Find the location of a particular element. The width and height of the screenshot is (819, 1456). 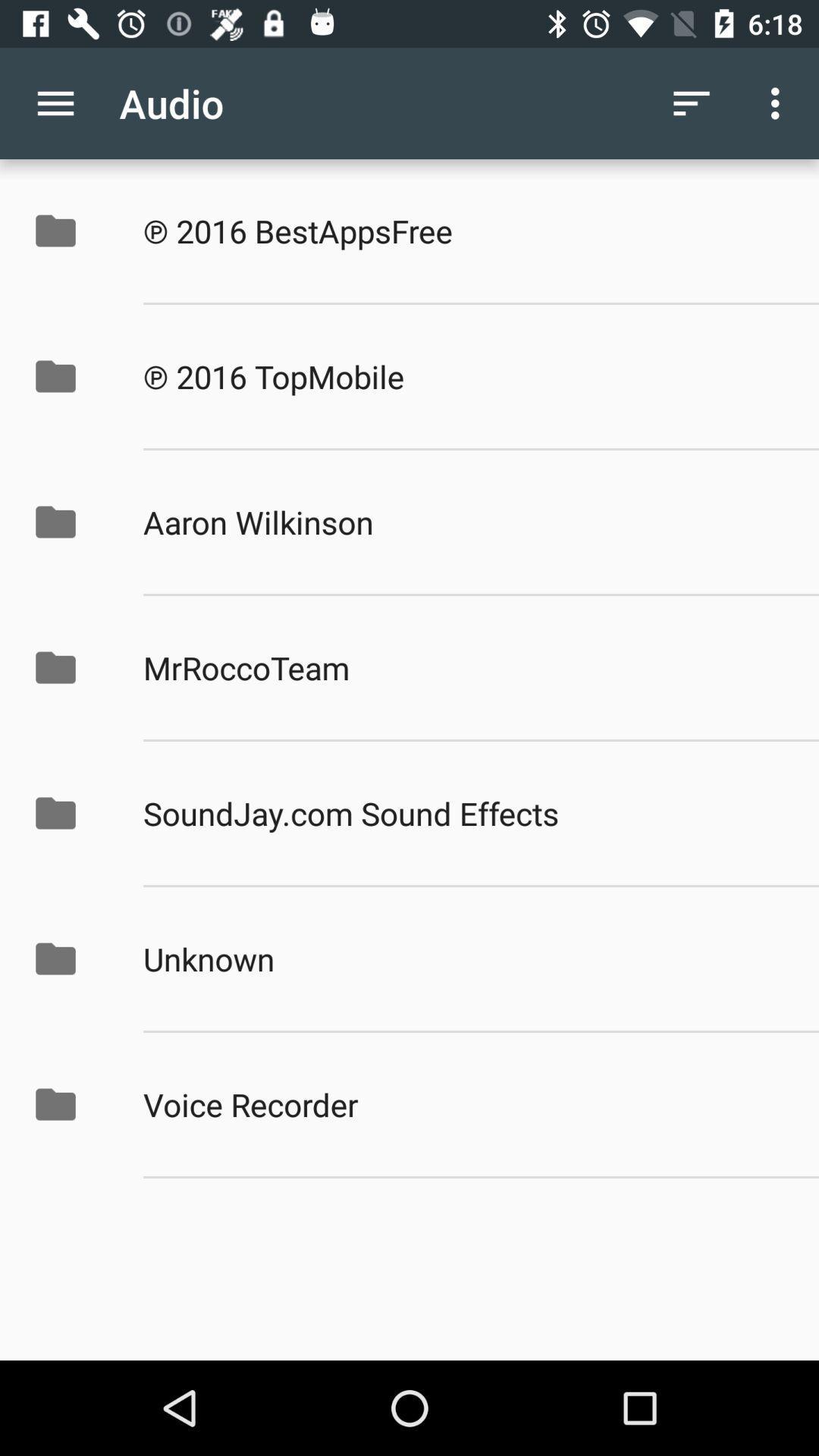

the fifth folder icon is located at coordinates (71, 812).